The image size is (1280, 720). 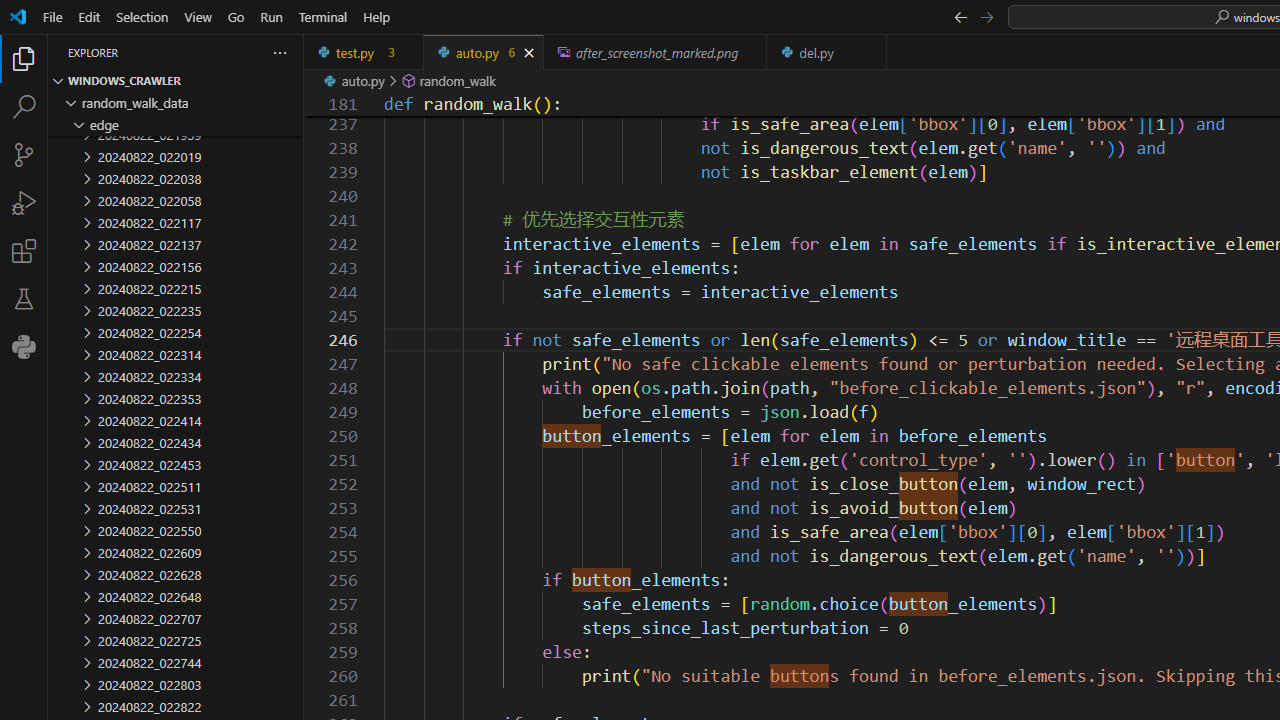 What do you see at coordinates (827, 51) in the screenshot?
I see `'del.py'` at bounding box center [827, 51].